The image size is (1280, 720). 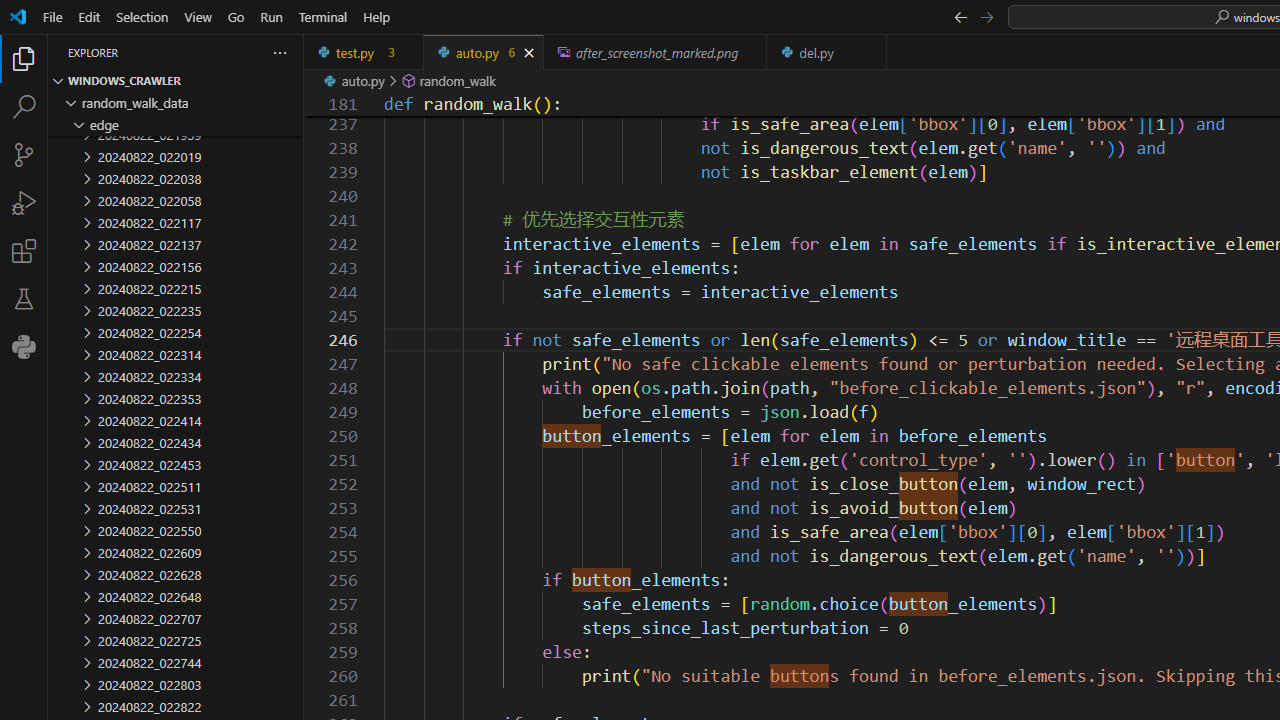 What do you see at coordinates (827, 51) in the screenshot?
I see `'del.py'` at bounding box center [827, 51].